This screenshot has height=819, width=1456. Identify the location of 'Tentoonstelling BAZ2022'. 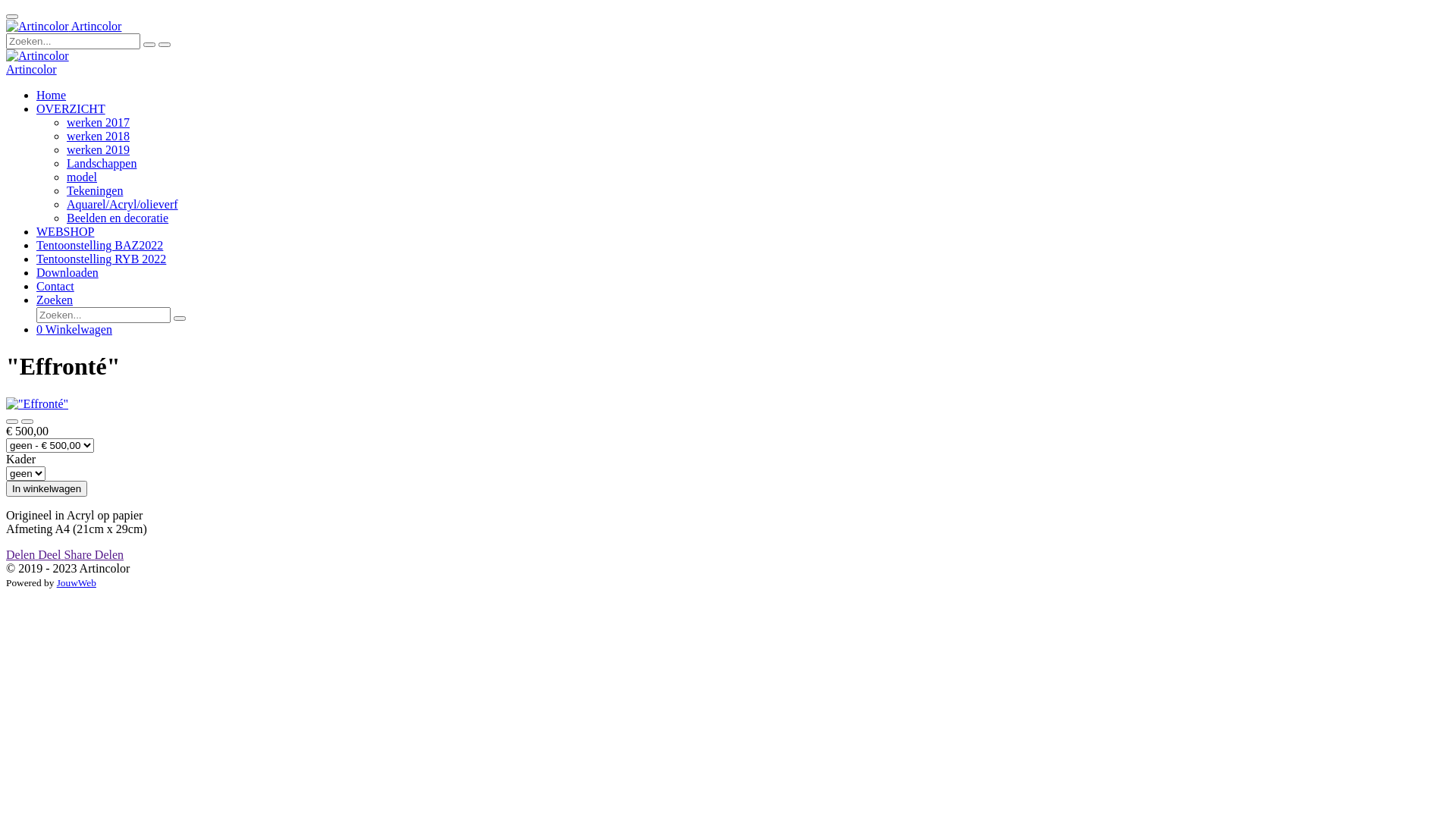
(99, 244).